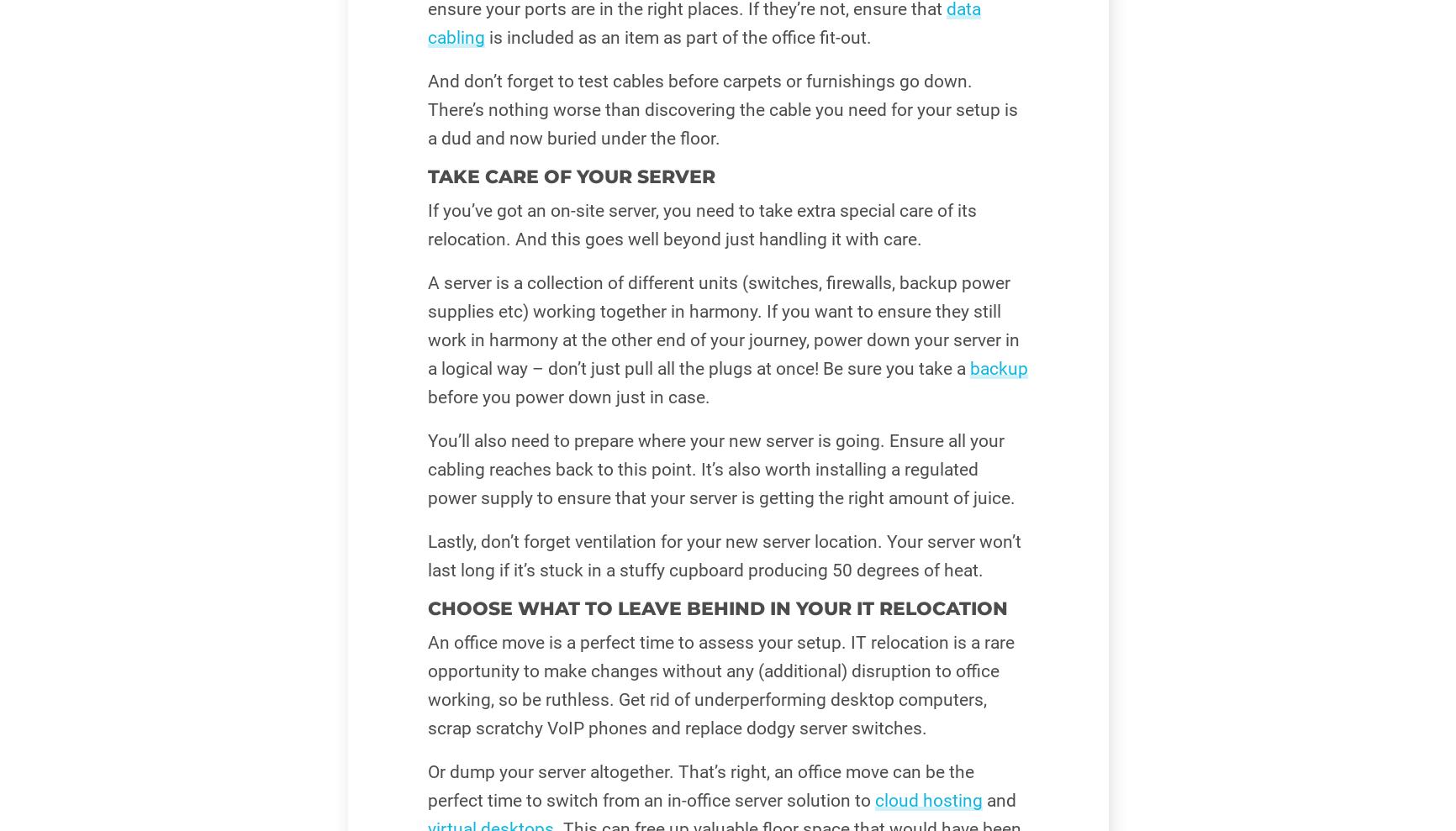 The width and height of the screenshot is (1456, 831). Describe the element at coordinates (722, 555) in the screenshot. I see `'Lastly, don’t forget ventilation for your new server location. Your server won’t last long if it’s stuck in a stuffy cupboard producing 50 degrees of heat.'` at that location.